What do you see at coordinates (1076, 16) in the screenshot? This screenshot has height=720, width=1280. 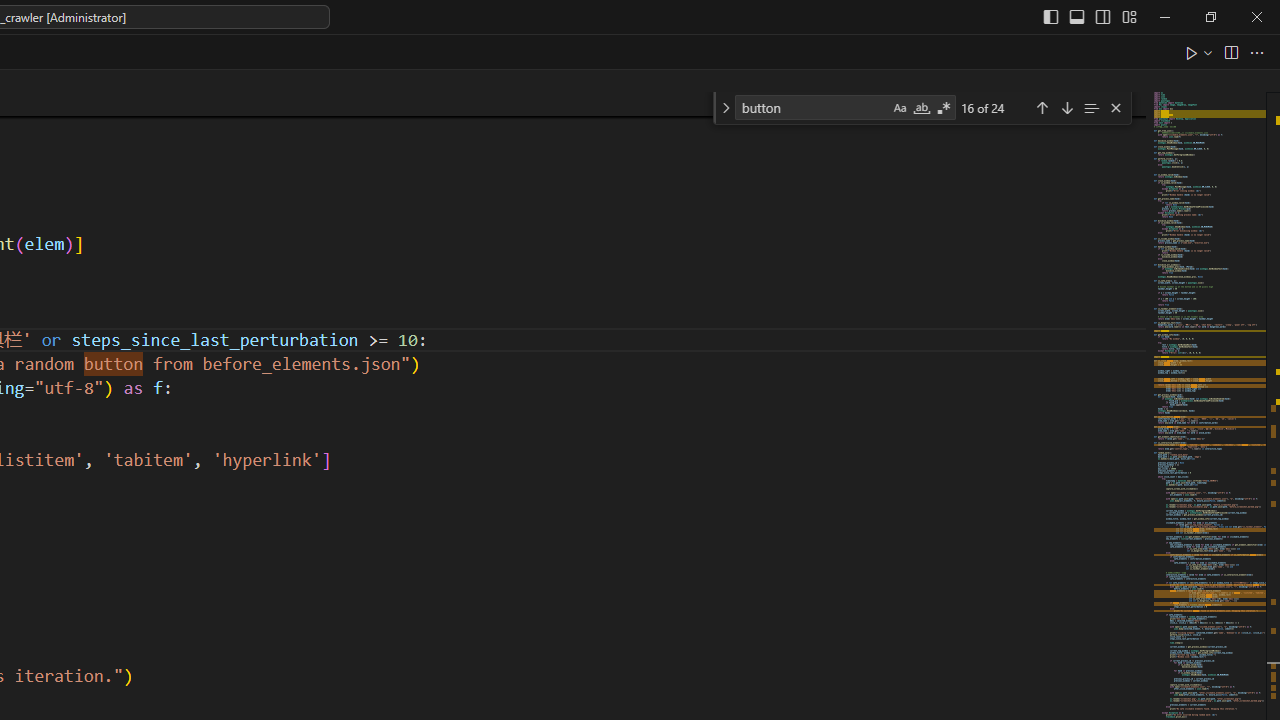 I see `'Toggle Panel (Ctrl+J)'` at bounding box center [1076, 16].